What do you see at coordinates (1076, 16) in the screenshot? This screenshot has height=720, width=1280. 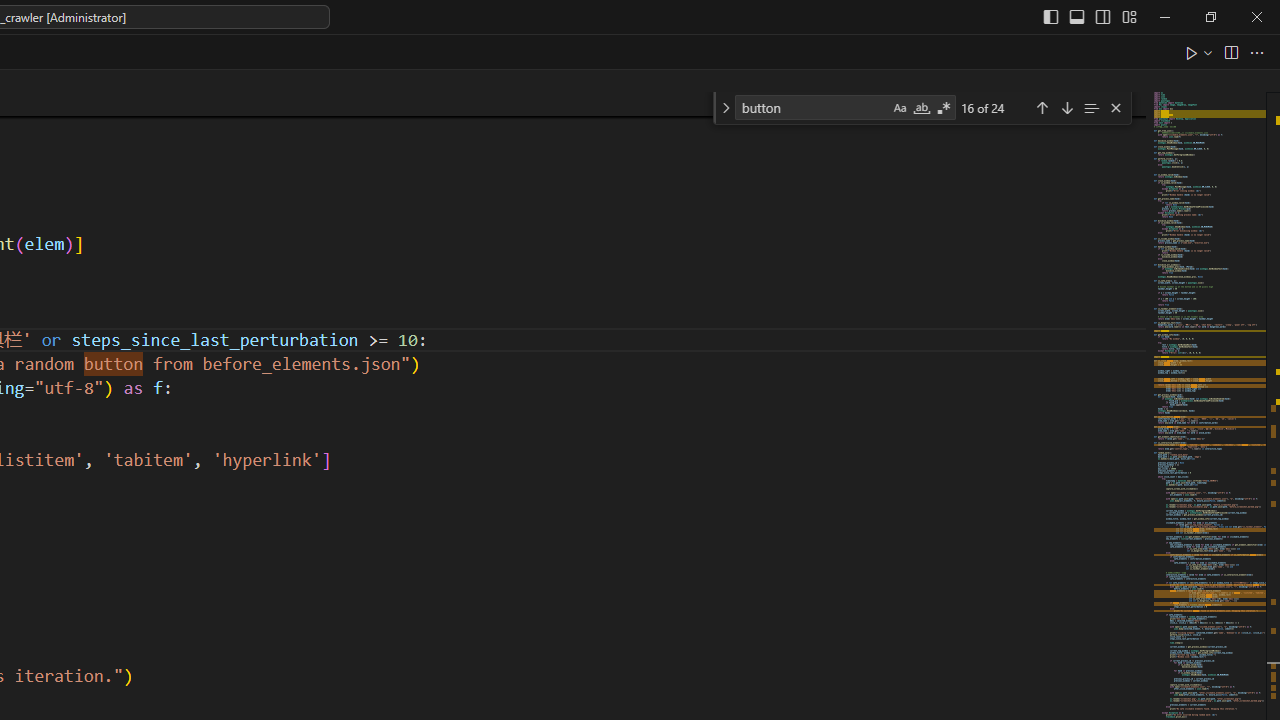 I see `'Toggle Panel (Ctrl+J)'` at bounding box center [1076, 16].